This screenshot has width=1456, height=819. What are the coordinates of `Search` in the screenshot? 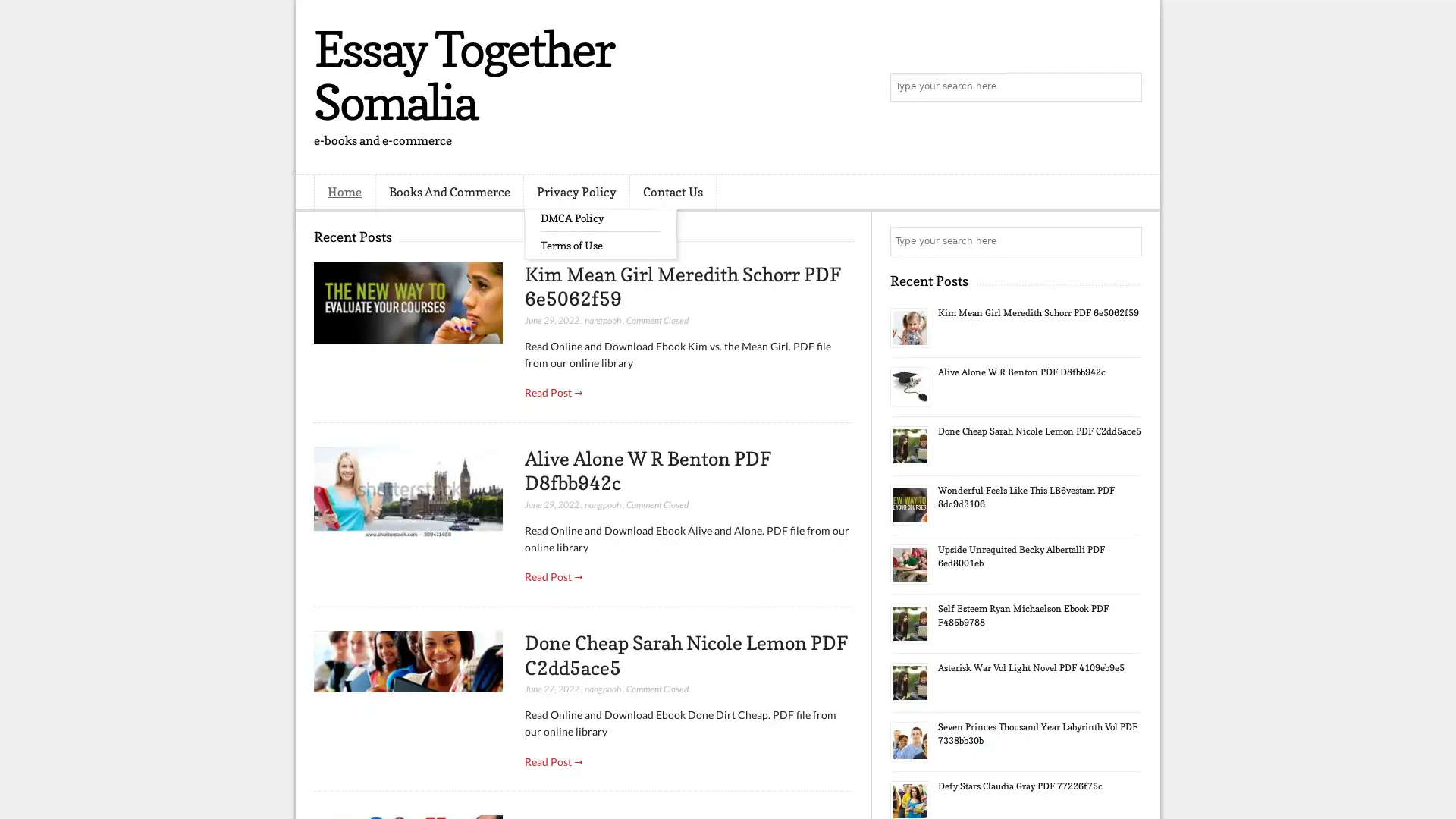 It's located at (1126, 241).